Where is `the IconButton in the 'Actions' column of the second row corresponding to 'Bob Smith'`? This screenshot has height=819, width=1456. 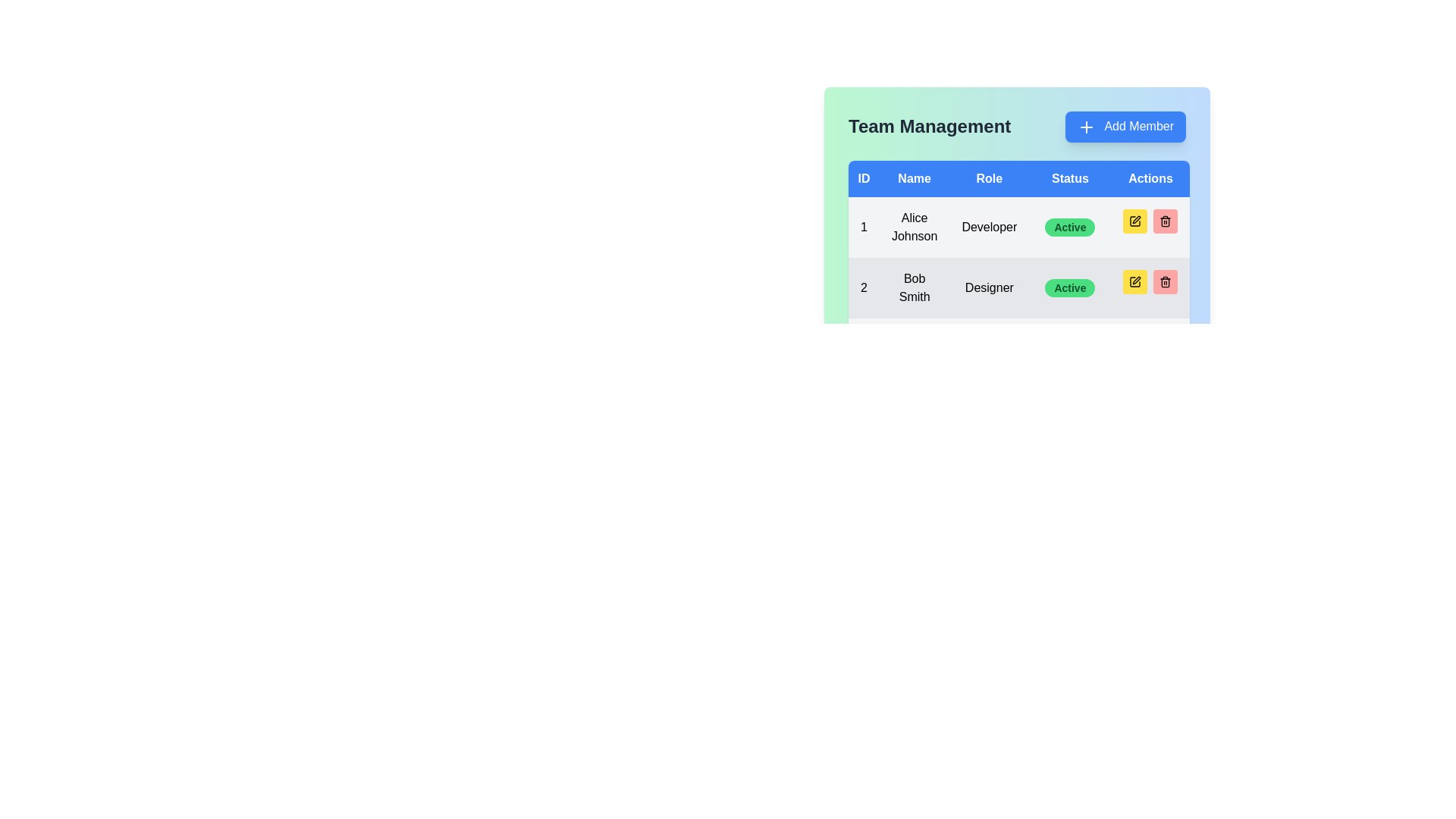 the IconButton in the 'Actions' column of the second row corresponding to 'Bob Smith' is located at coordinates (1165, 281).